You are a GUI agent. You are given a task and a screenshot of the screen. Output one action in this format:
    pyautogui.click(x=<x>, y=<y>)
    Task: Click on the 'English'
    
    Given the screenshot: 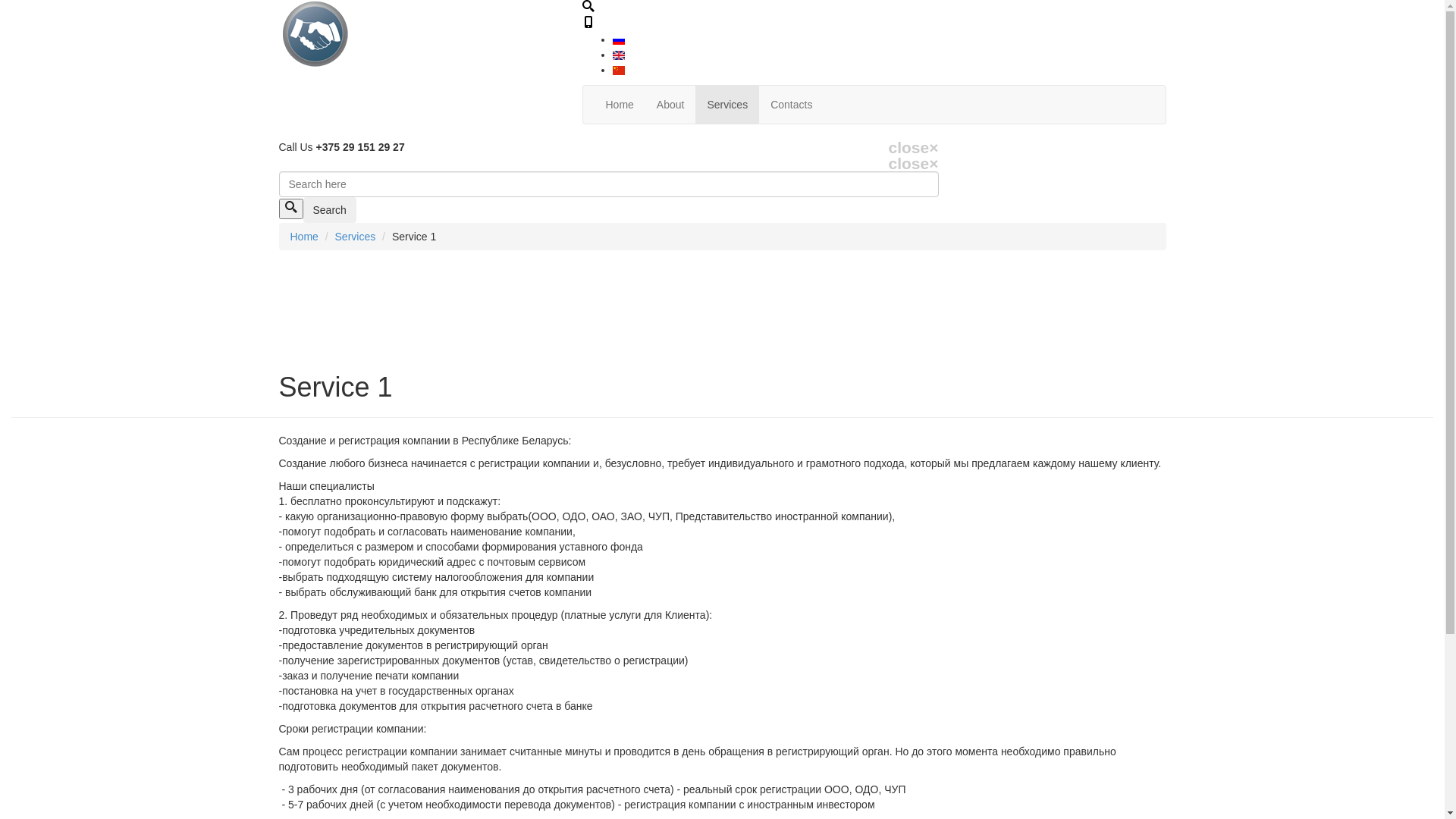 What is the action you would take?
    pyautogui.click(x=619, y=55)
    